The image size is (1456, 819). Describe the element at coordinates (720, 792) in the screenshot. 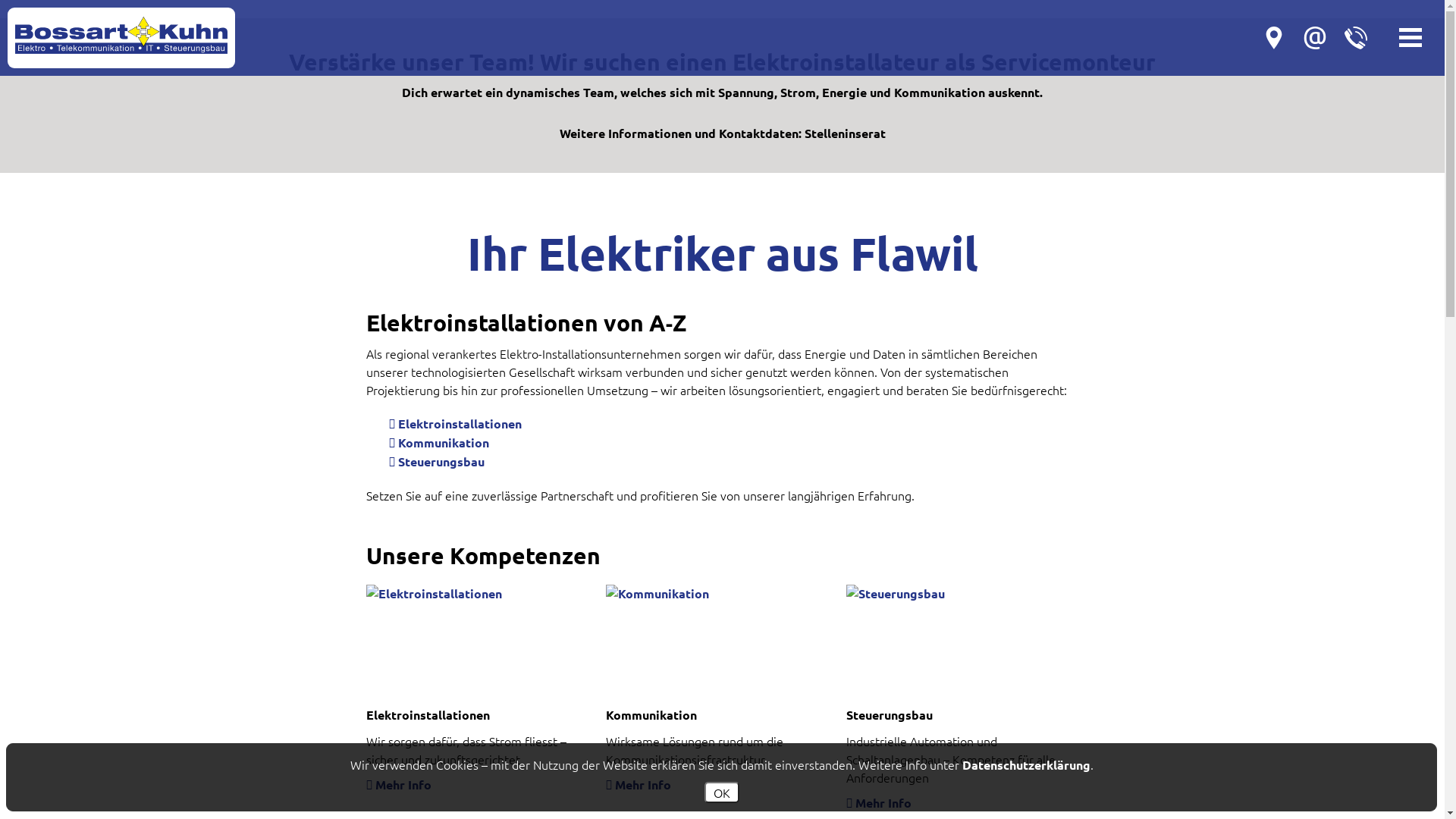

I see `'OK'` at that location.